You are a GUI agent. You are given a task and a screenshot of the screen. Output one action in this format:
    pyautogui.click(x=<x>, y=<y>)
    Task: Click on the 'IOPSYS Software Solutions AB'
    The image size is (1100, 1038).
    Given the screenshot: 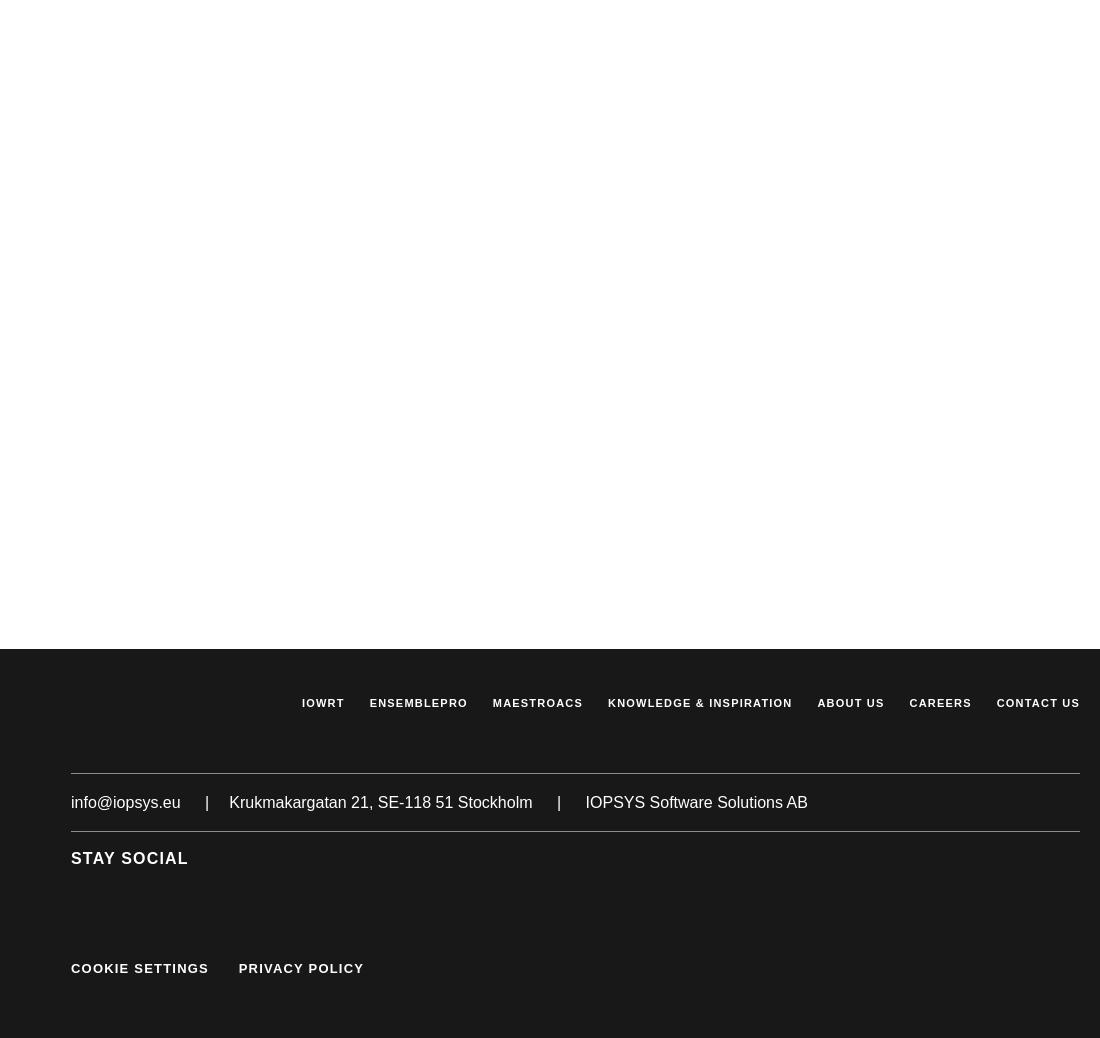 What is the action you would take?
    pyautogui.click(x=694, y=801)
    